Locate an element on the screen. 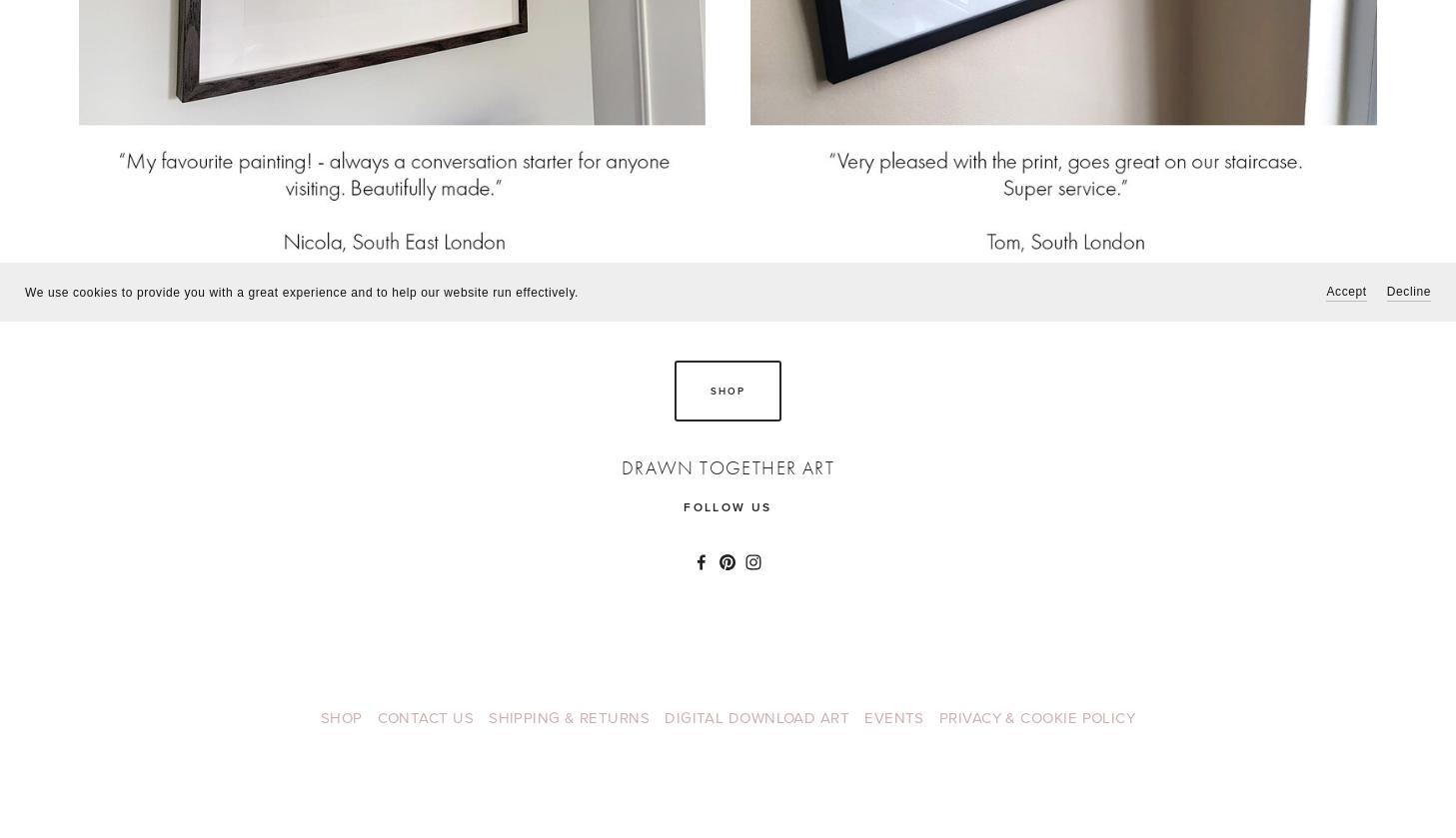 This screenshot has width=1456, height=838. 'Accept' is located at coordinates (1345, 291).